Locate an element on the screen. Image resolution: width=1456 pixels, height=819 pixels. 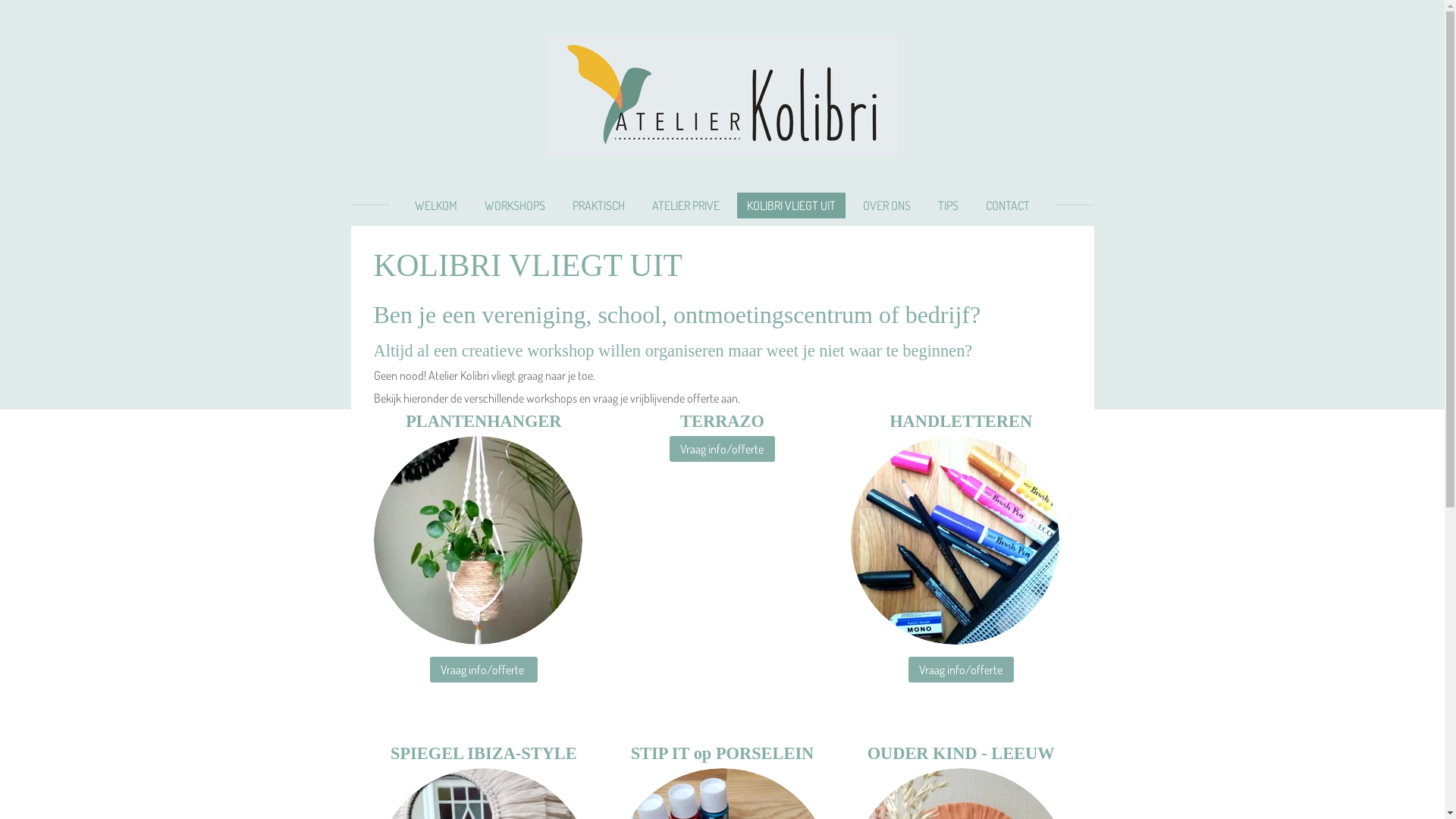
'Vraag info/offerte' is located at coordinates (721, 447).